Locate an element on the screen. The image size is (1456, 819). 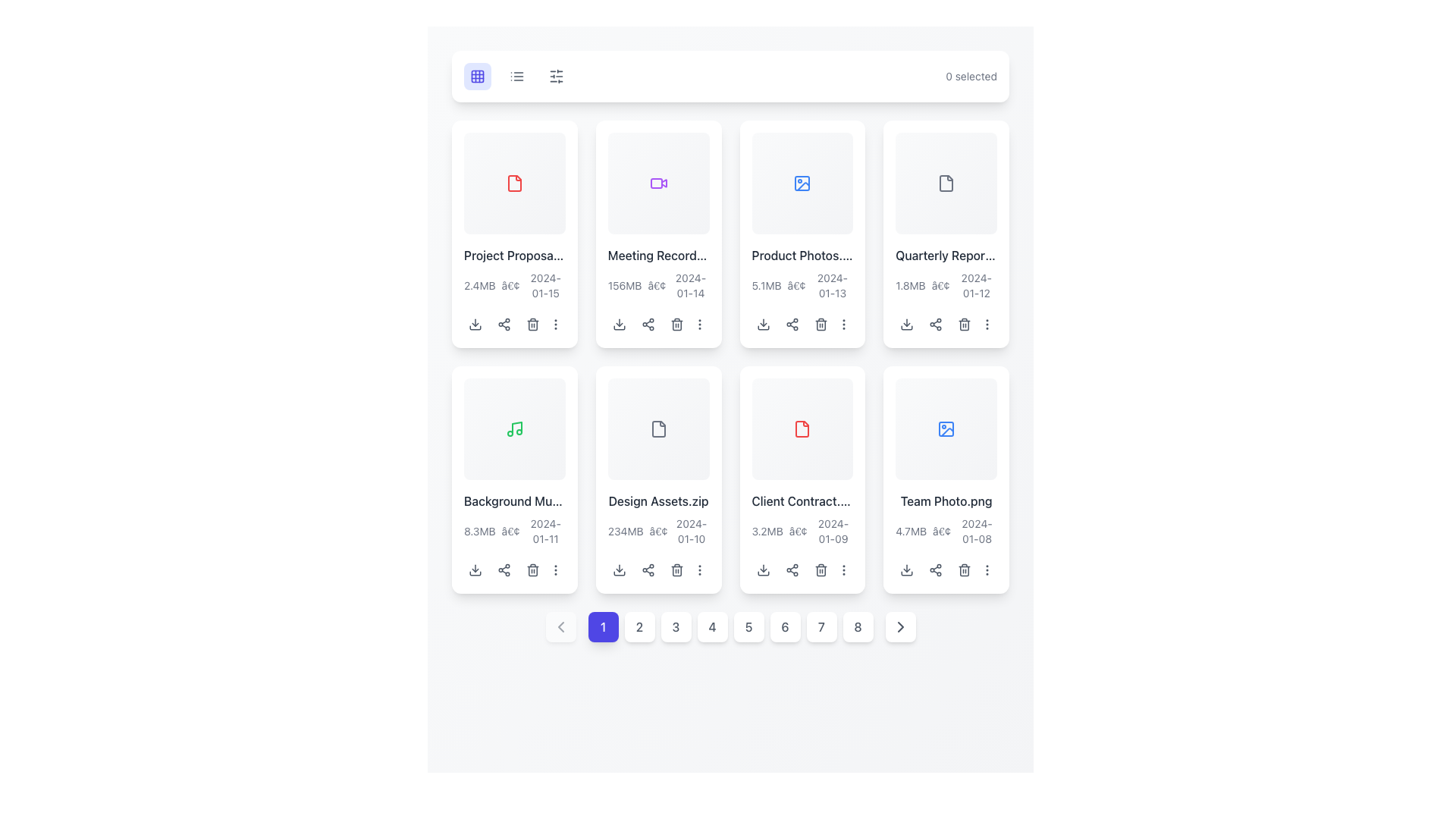
the text element that visually separates the file size and last modified date in the metadata section for the file titled 'Background Music' is located at coordinates (510, 530).